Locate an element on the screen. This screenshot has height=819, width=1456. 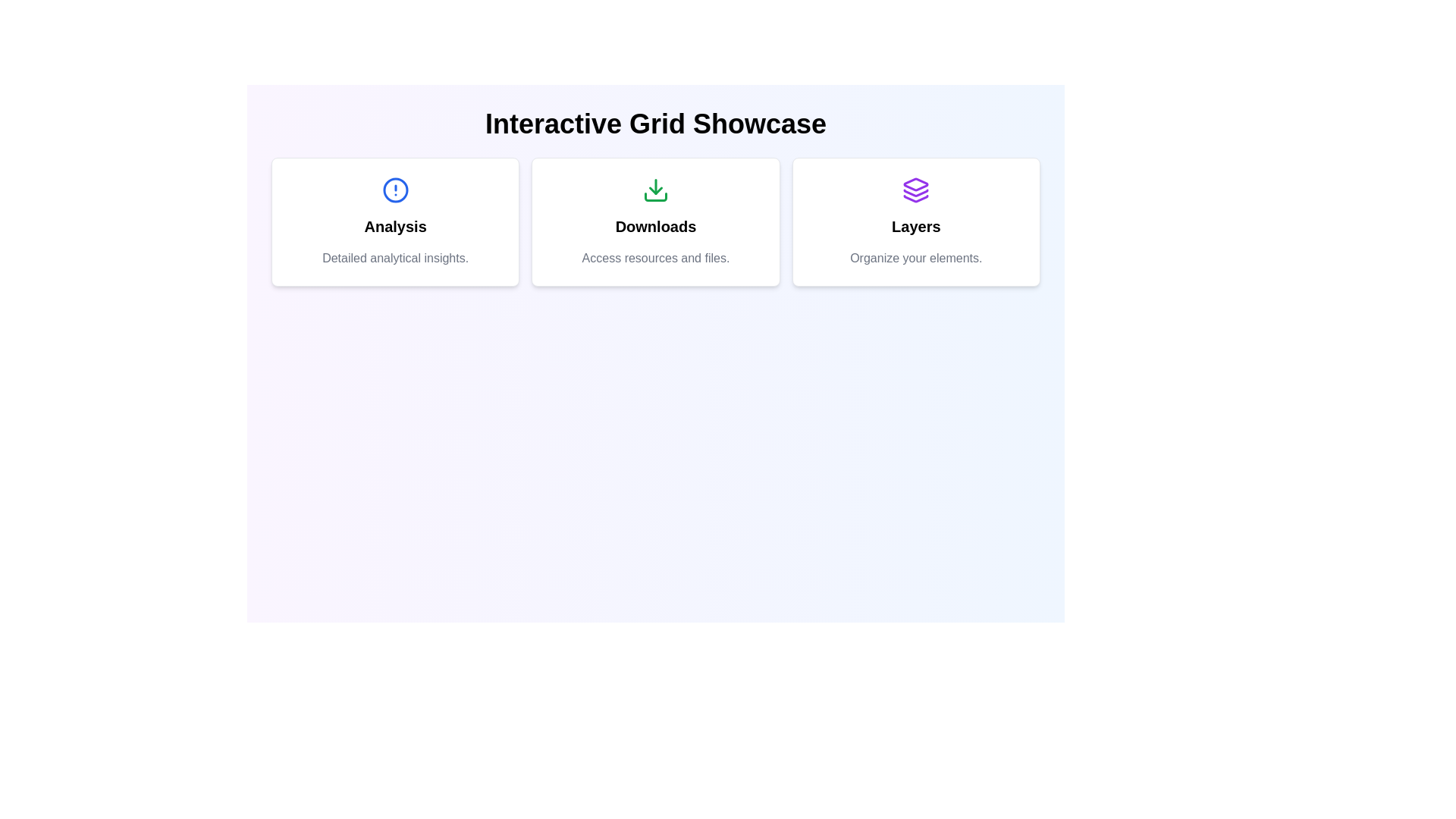
the lower horizontal component of the download icon in the 'Downloads' section card is located at coordinates (655, 196).